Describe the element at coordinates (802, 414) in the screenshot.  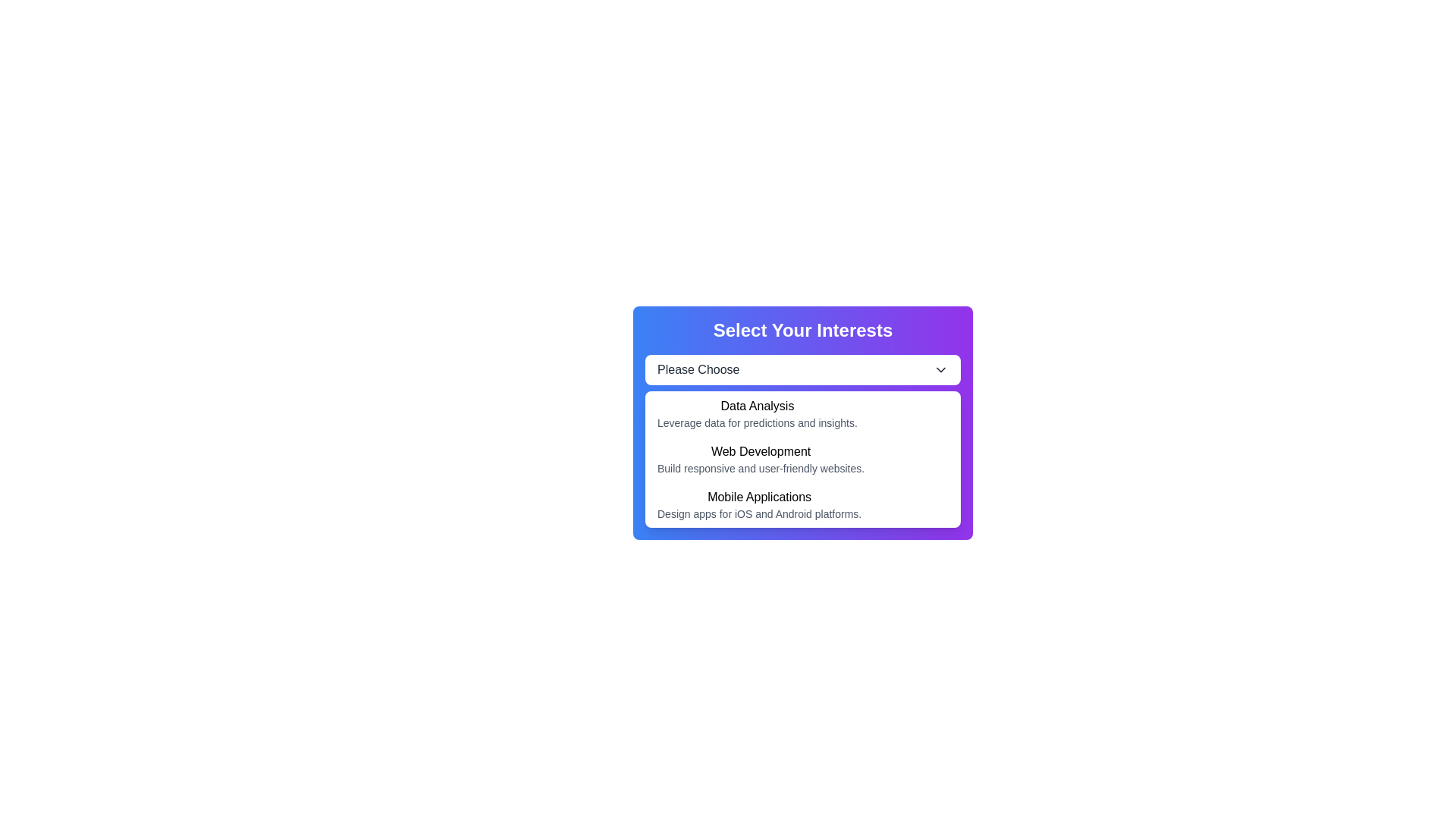
I see `the first selectable list item titled 'Data Analysis' in the dropdown menu under 'Select Your Interests' to trigger its hover state` at that location.